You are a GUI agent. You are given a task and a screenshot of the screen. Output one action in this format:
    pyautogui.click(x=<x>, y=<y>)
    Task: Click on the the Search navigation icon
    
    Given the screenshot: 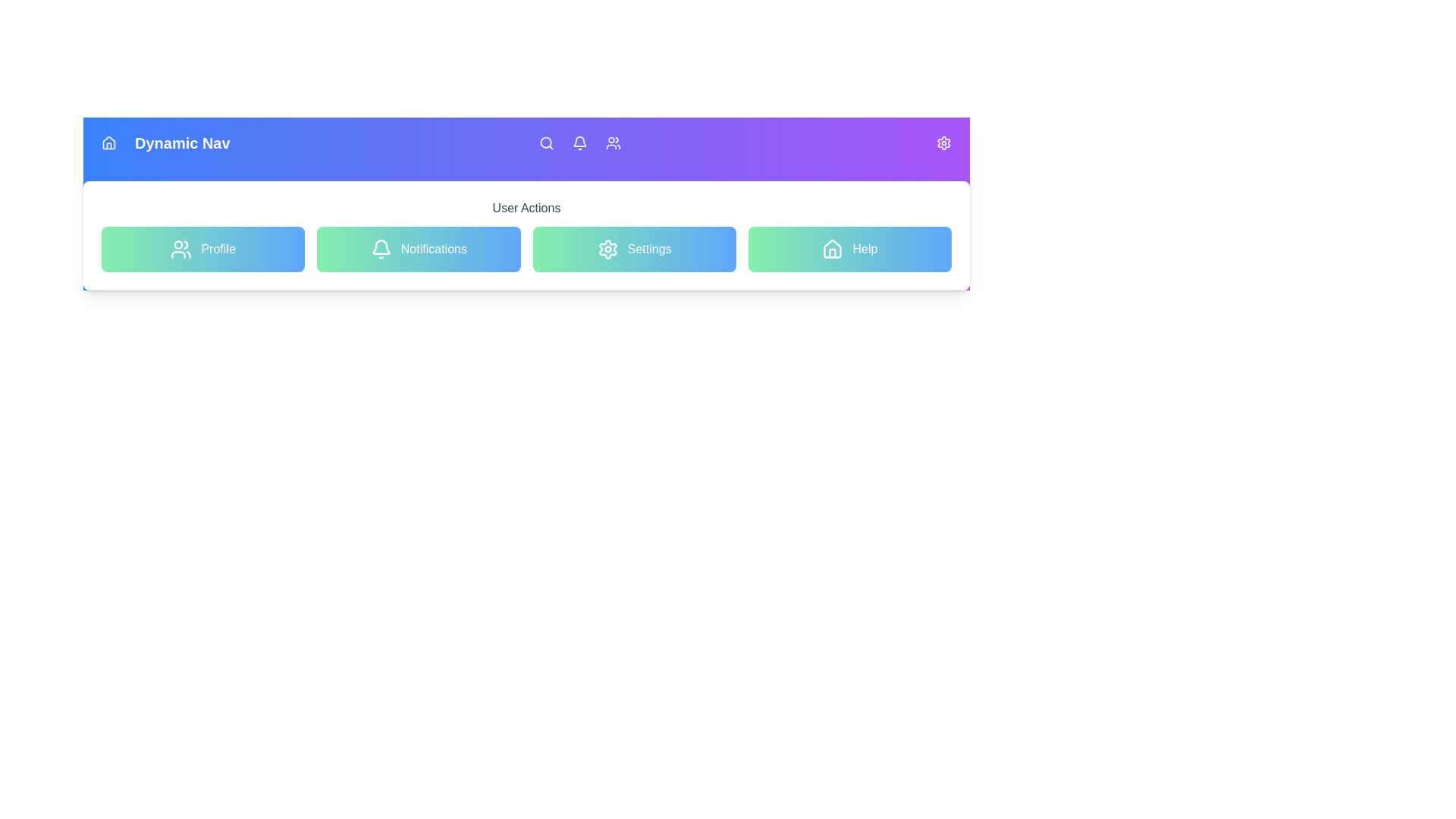 What is the action you would take?
    pyautogui.click(x=546, y=143)
    